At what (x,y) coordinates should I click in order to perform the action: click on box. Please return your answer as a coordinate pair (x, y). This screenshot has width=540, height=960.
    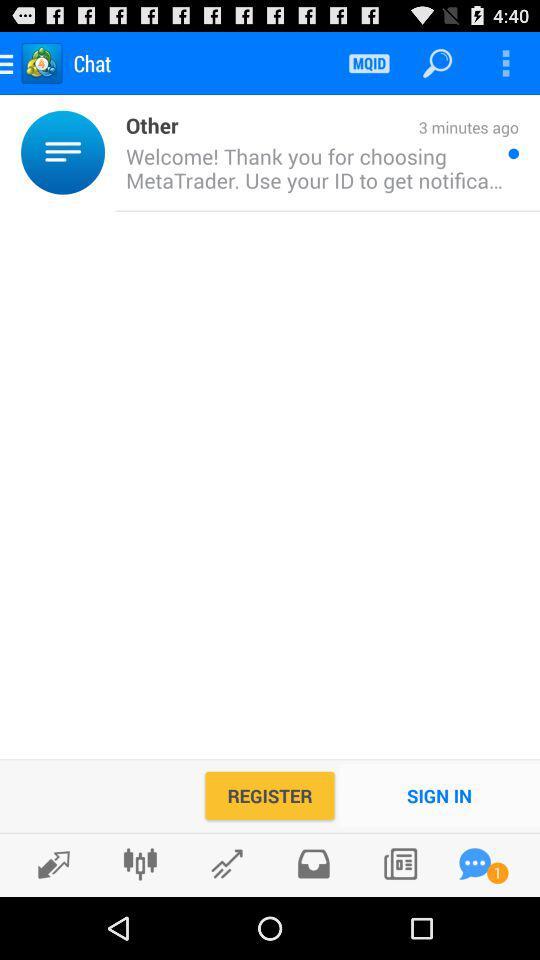
    Looking at the image, I should click on (313, 863).